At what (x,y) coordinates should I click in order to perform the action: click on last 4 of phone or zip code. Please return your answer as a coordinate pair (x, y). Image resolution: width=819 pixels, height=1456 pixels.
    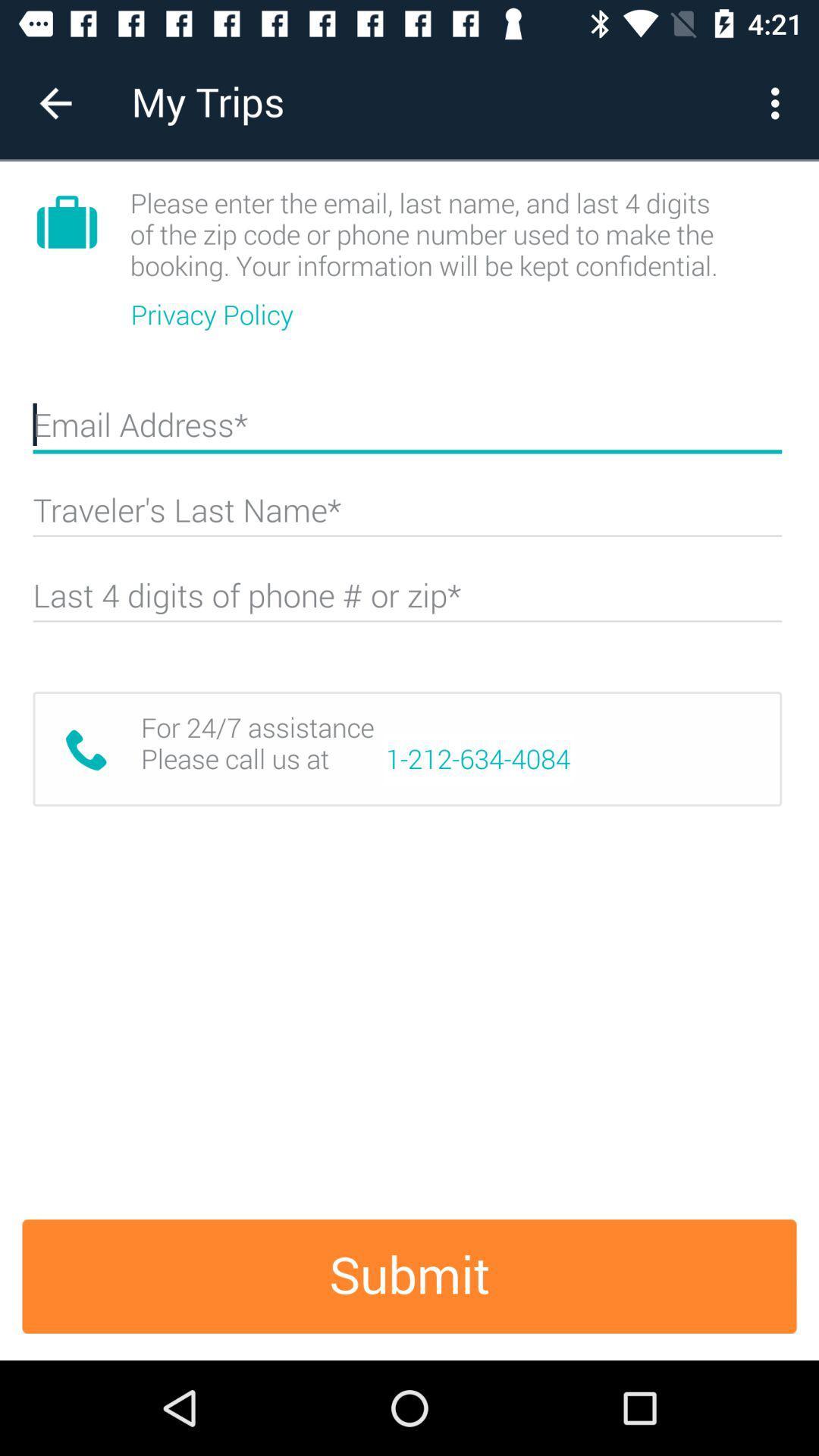
    Looking at the image, I should click on (406, 601).